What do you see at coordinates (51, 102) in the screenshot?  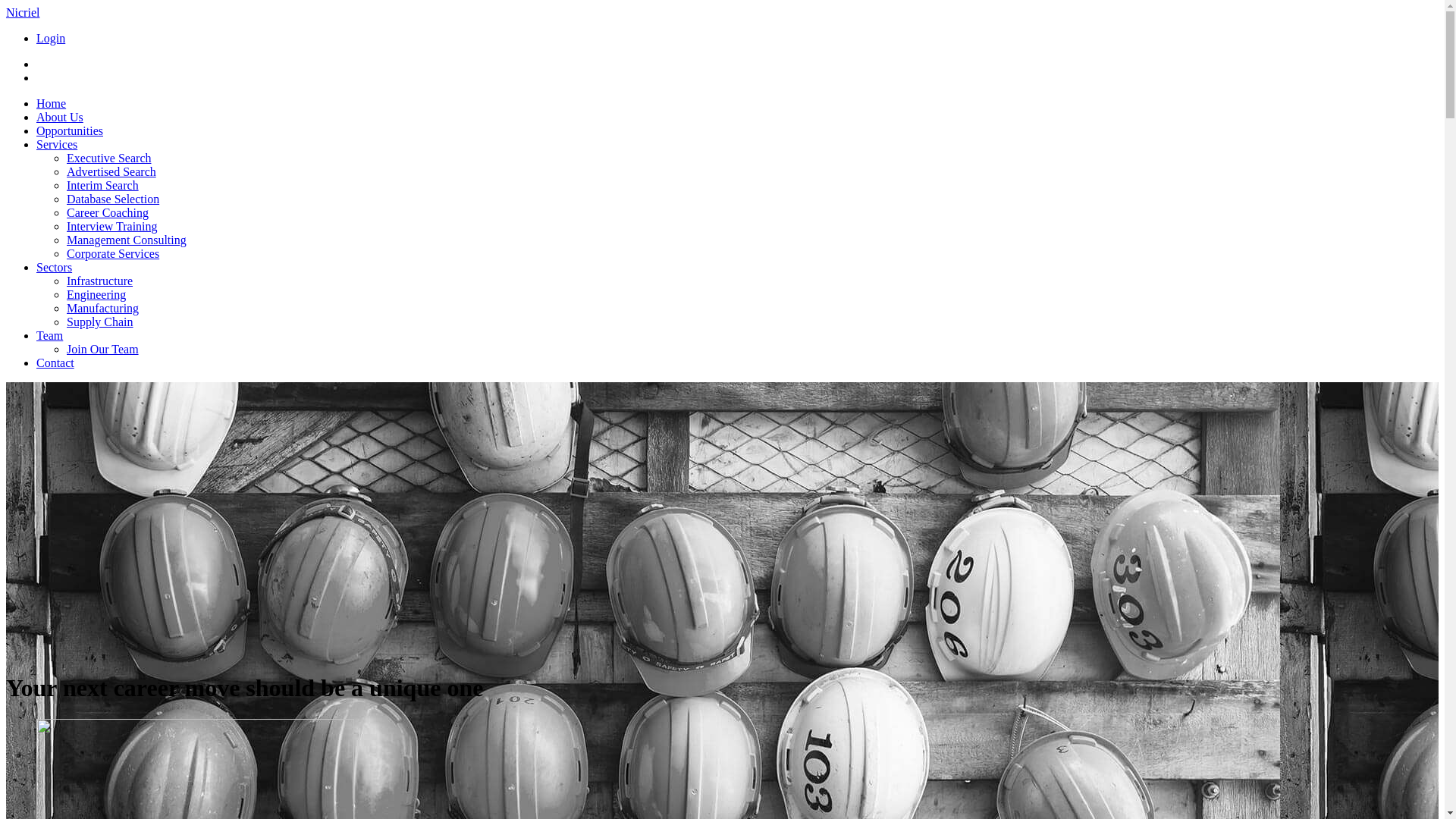 I see `'Home'` at bounding box center [51, 102].